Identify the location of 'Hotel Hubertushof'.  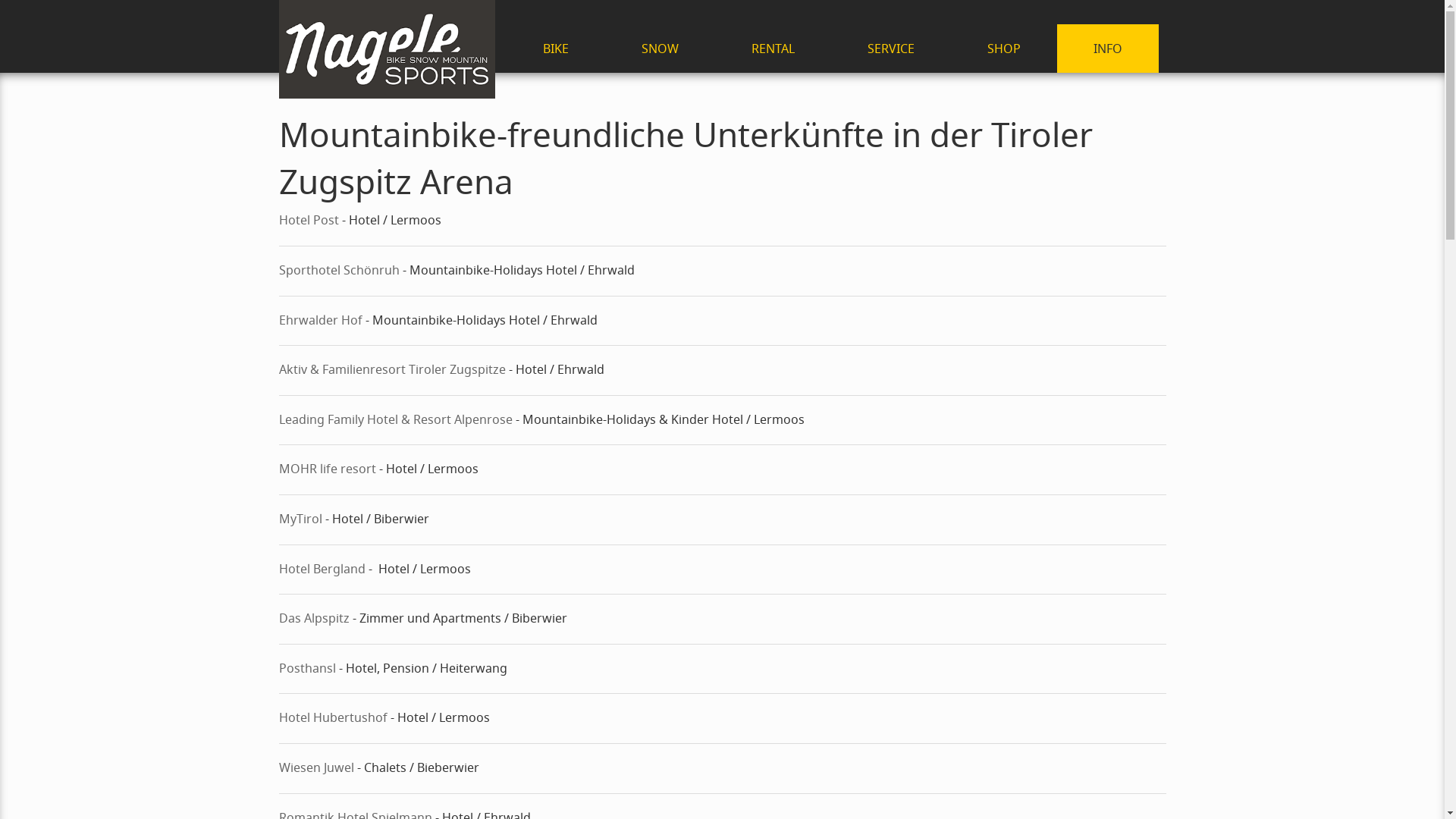
(332, 717).